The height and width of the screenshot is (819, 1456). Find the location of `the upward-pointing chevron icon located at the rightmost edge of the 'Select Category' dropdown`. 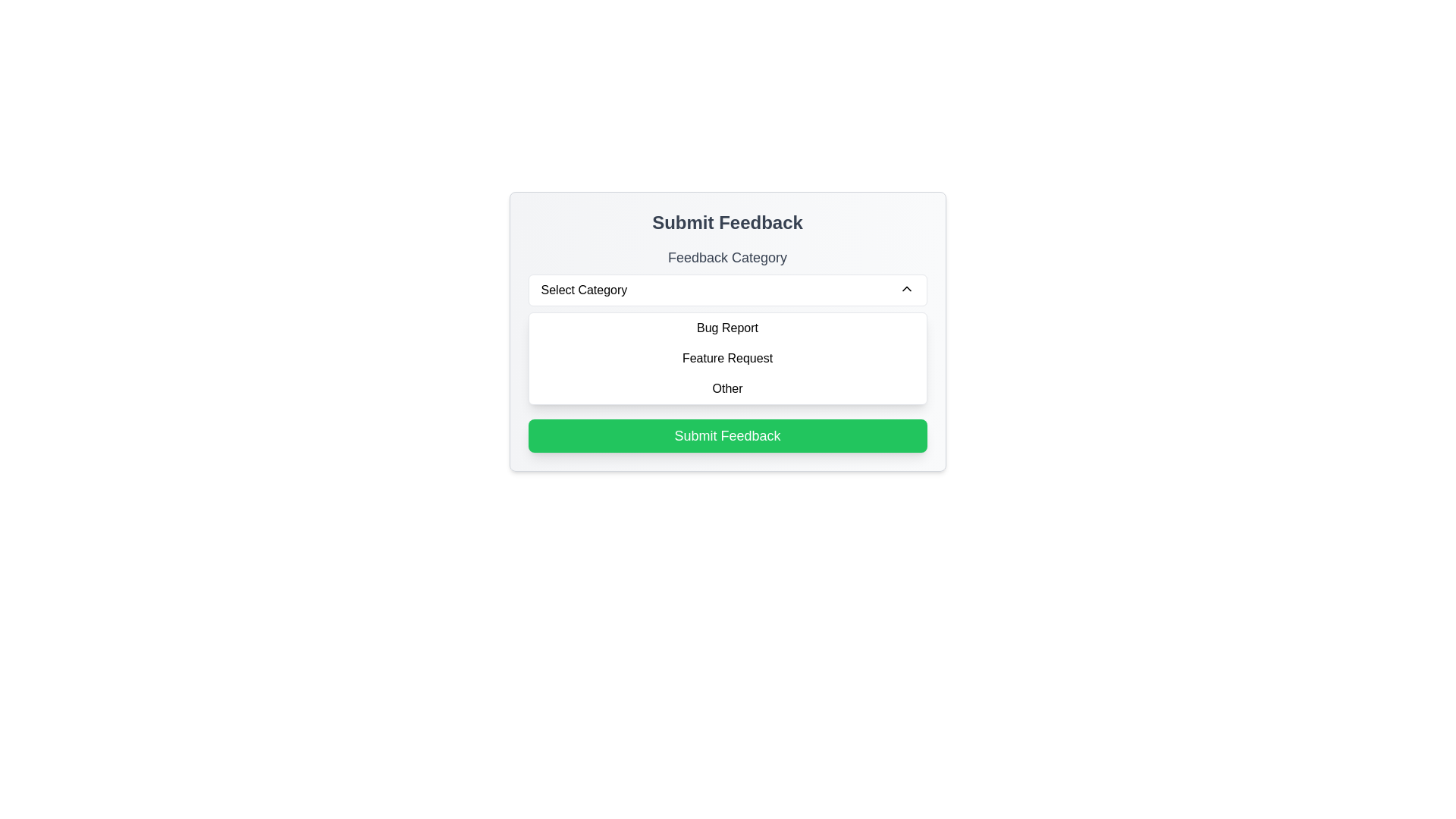

the upward-pointing chevron icon located at the rightmost edge of the 'Select Category' dropdown is located at coordinates (906, 289).